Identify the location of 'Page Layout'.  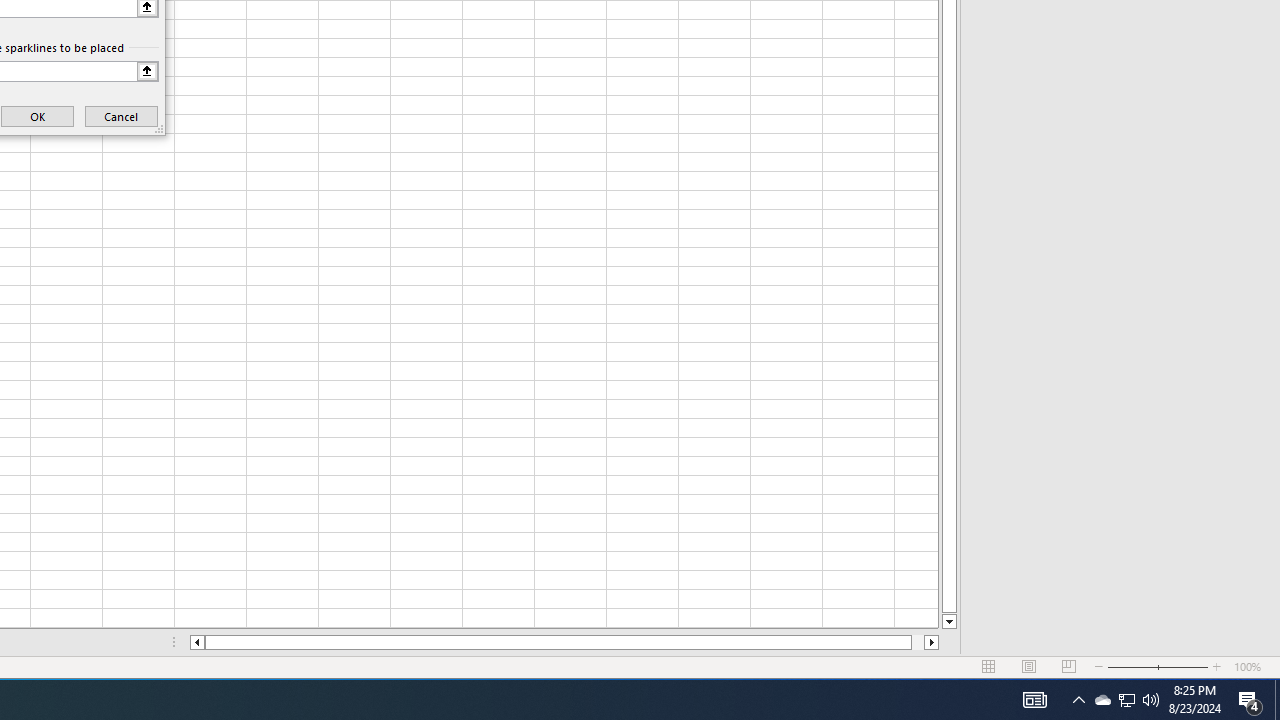
(1029, 667).